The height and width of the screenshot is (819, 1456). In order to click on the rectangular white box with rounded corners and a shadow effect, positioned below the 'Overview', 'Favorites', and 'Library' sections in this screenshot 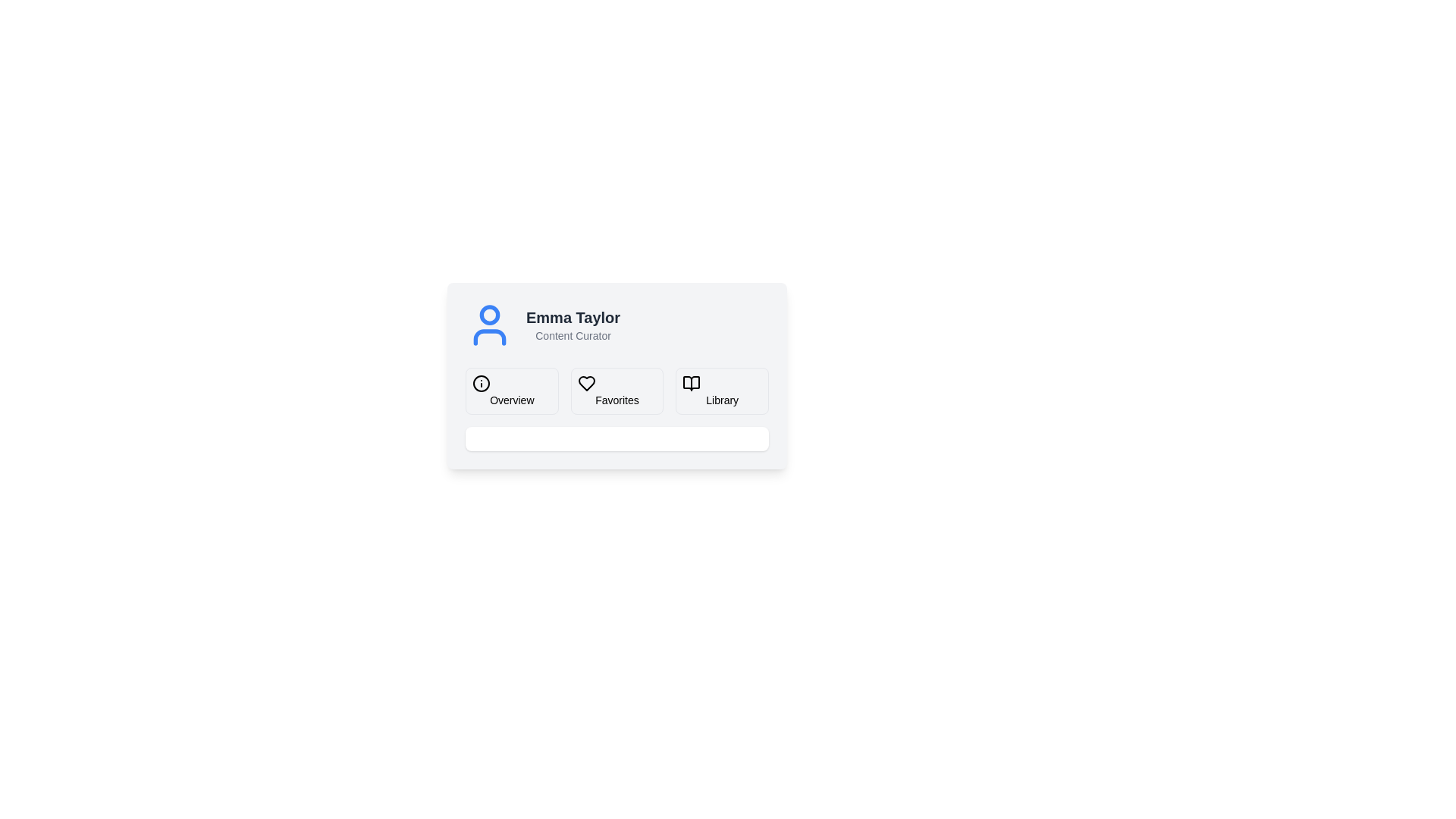, I will do `click(617, 438)`.